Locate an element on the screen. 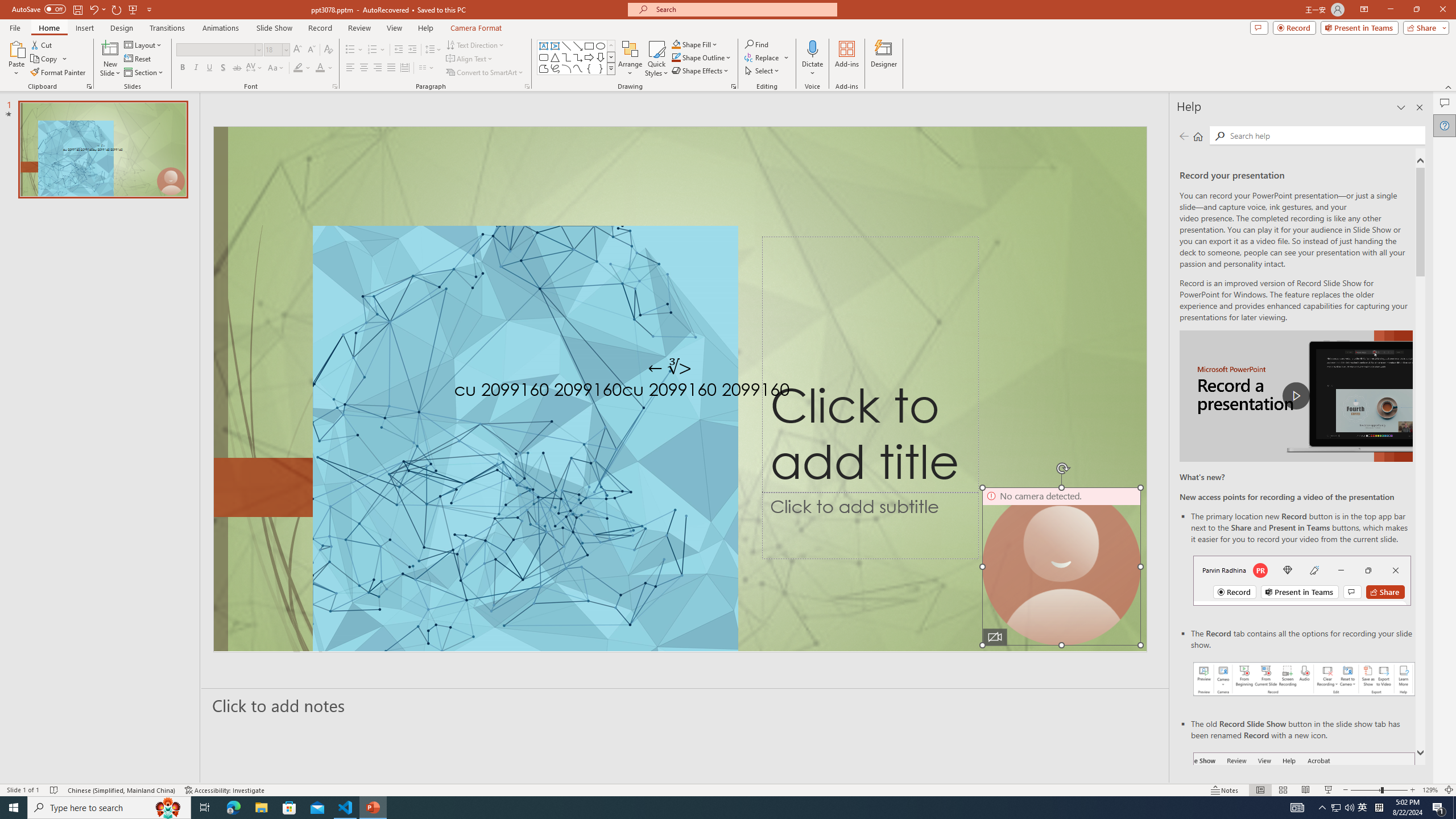 The image size is (1456, 819). 'Office Clipboard...' is located at coordinates (88, 85).